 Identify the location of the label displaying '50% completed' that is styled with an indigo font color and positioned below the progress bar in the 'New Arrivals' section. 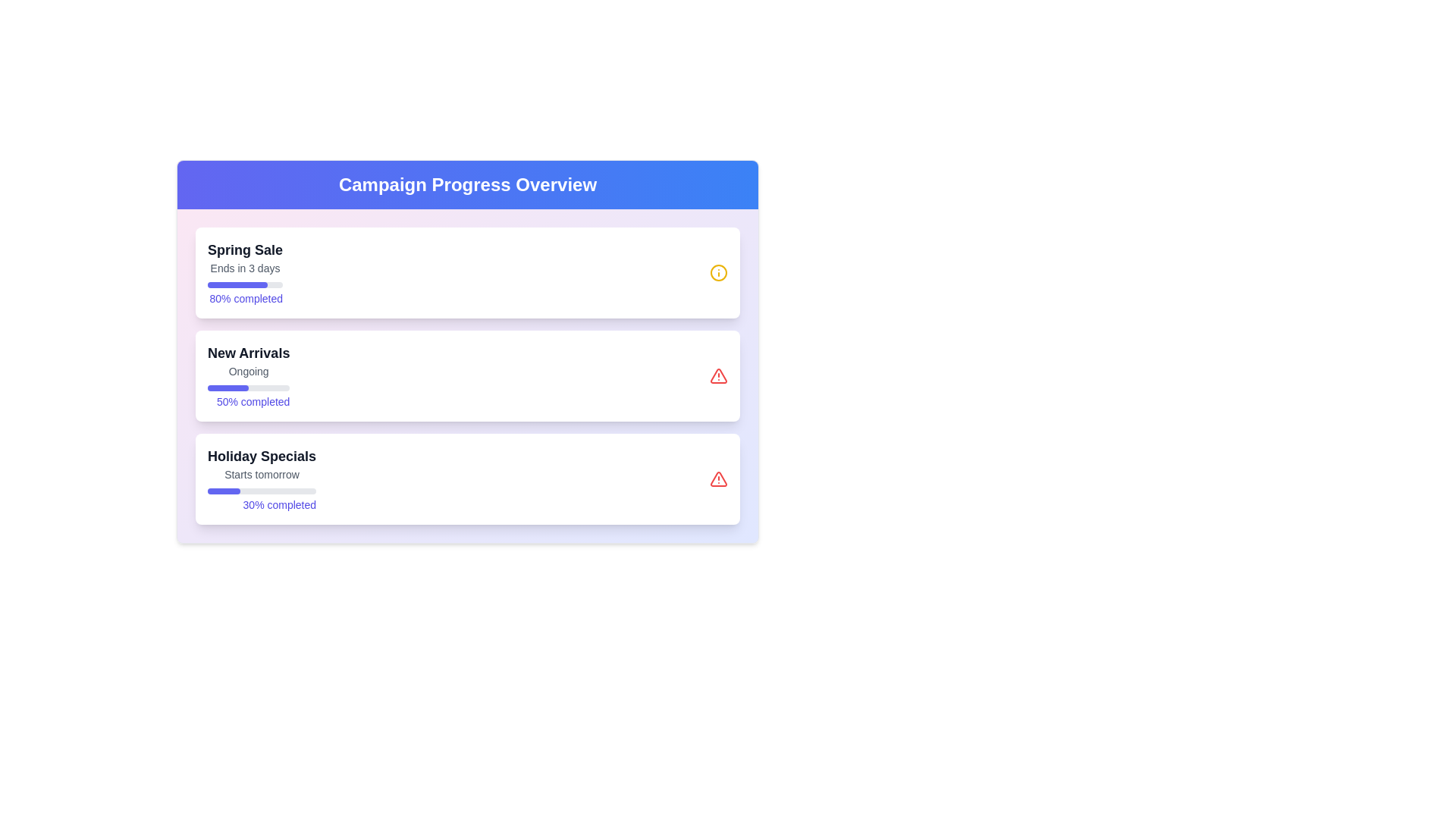
(249, 400).